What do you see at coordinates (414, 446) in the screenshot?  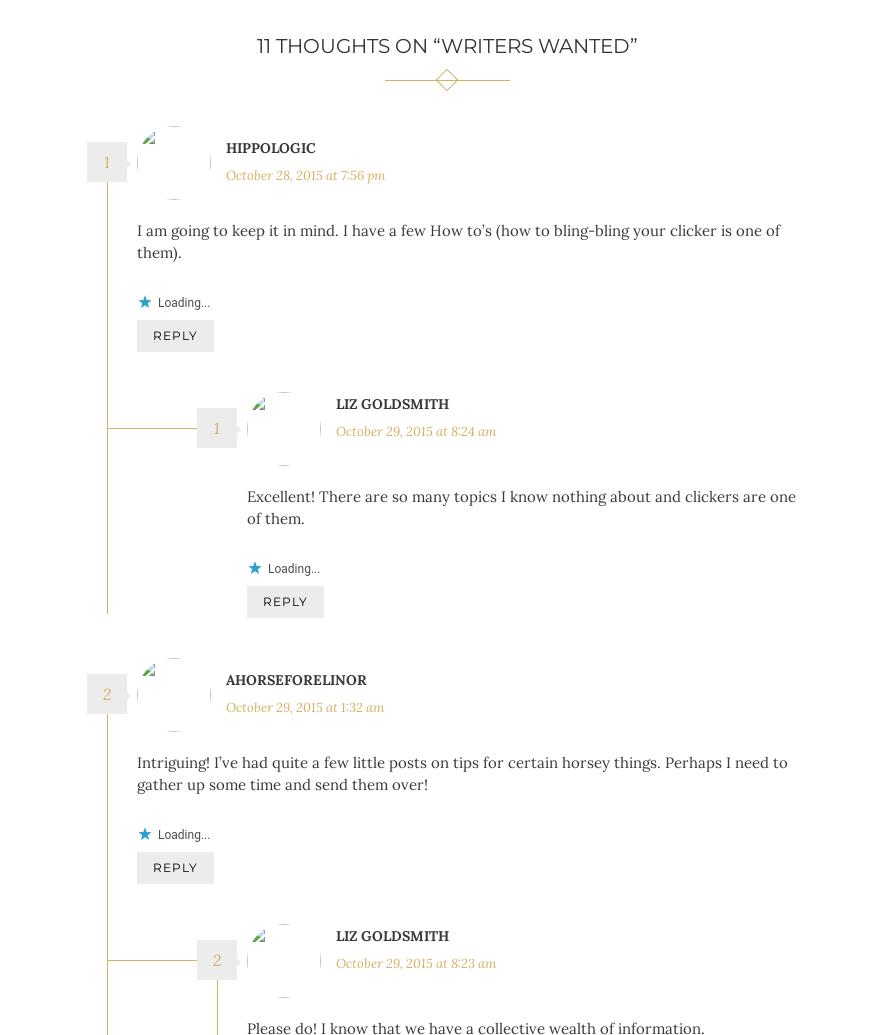 I see `'October 29, 2015 at 8:24 am'` at bounding box center [414, 446].